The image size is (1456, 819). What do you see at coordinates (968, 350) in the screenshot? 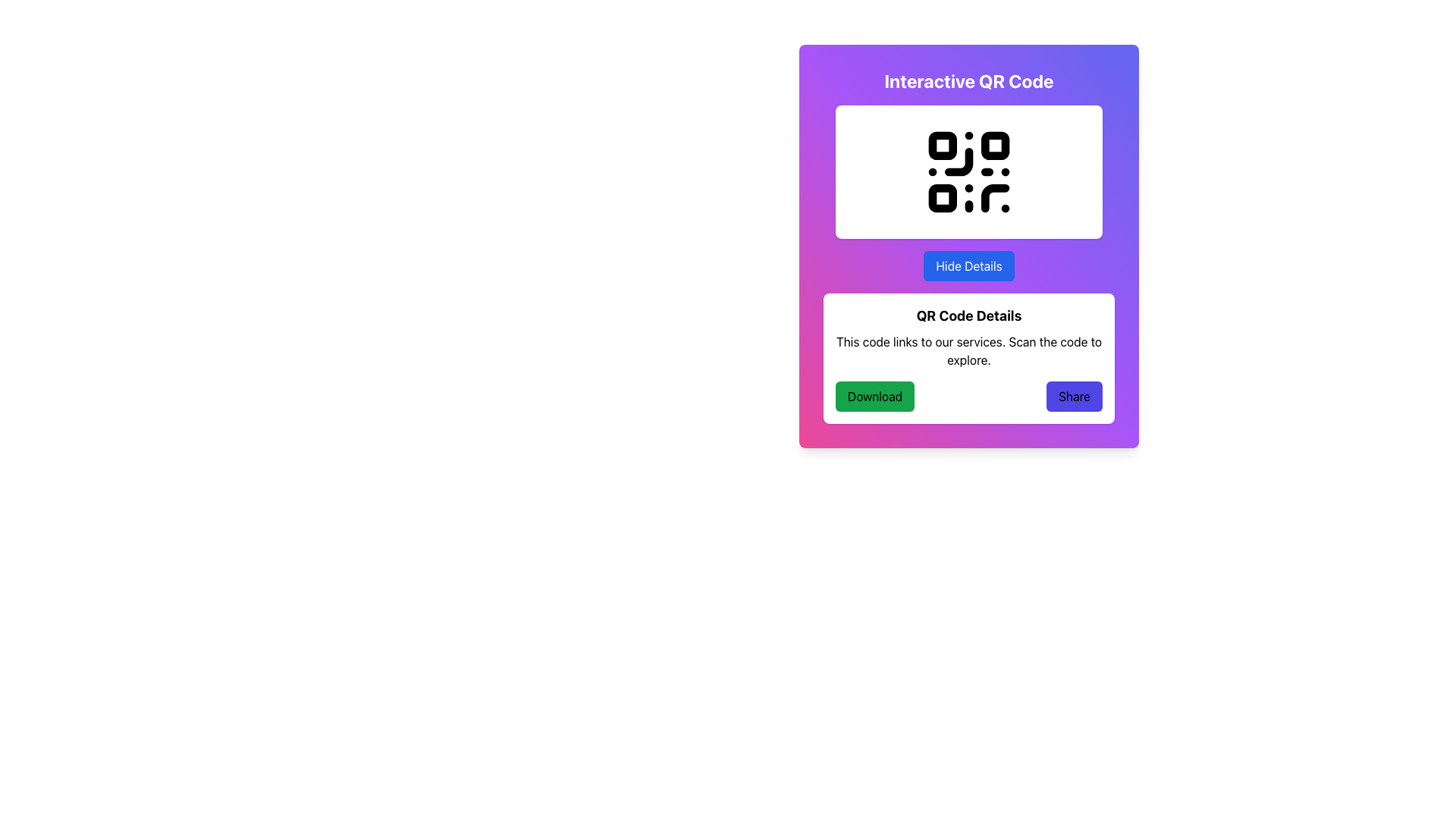
I see `the textual content block that says 'This code links to our services. Scan the code` at bounding box center [968, 350].